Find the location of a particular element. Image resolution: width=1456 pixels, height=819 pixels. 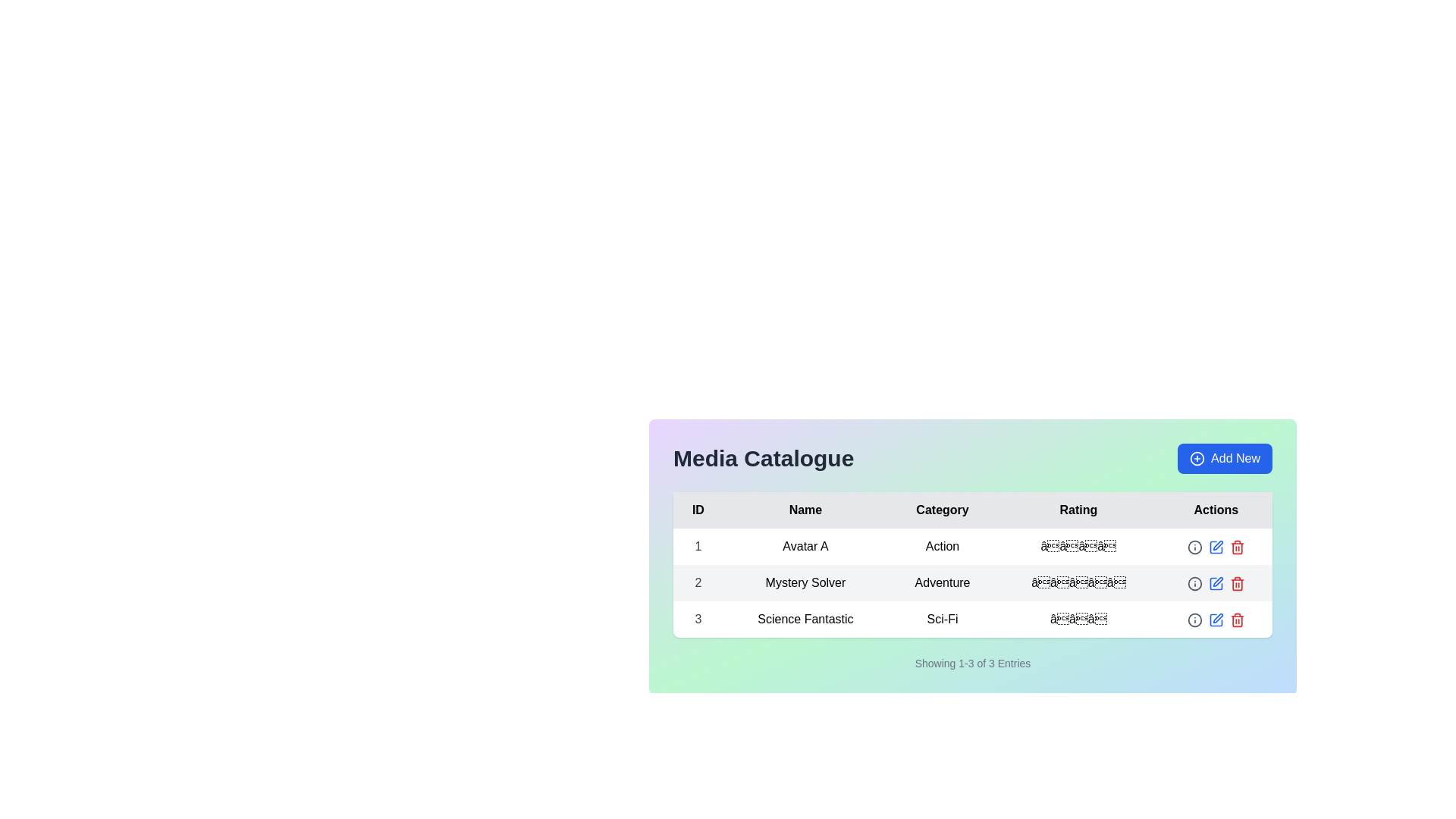

the information button located in the 'Actions' column of the second row in the table is located at coordinates (1194, 582).